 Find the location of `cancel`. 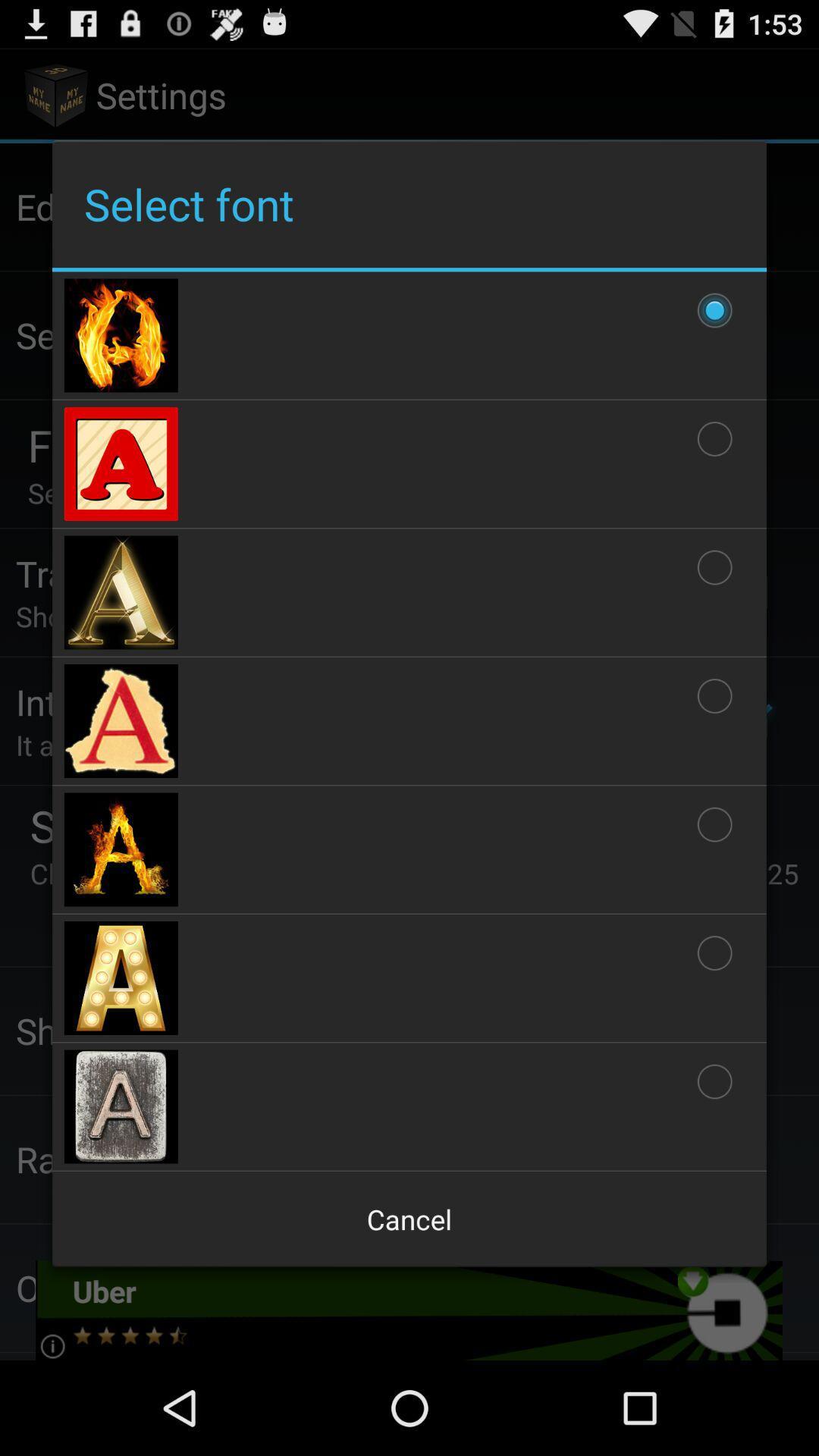

cancel is located at coordinates (409, 1219).